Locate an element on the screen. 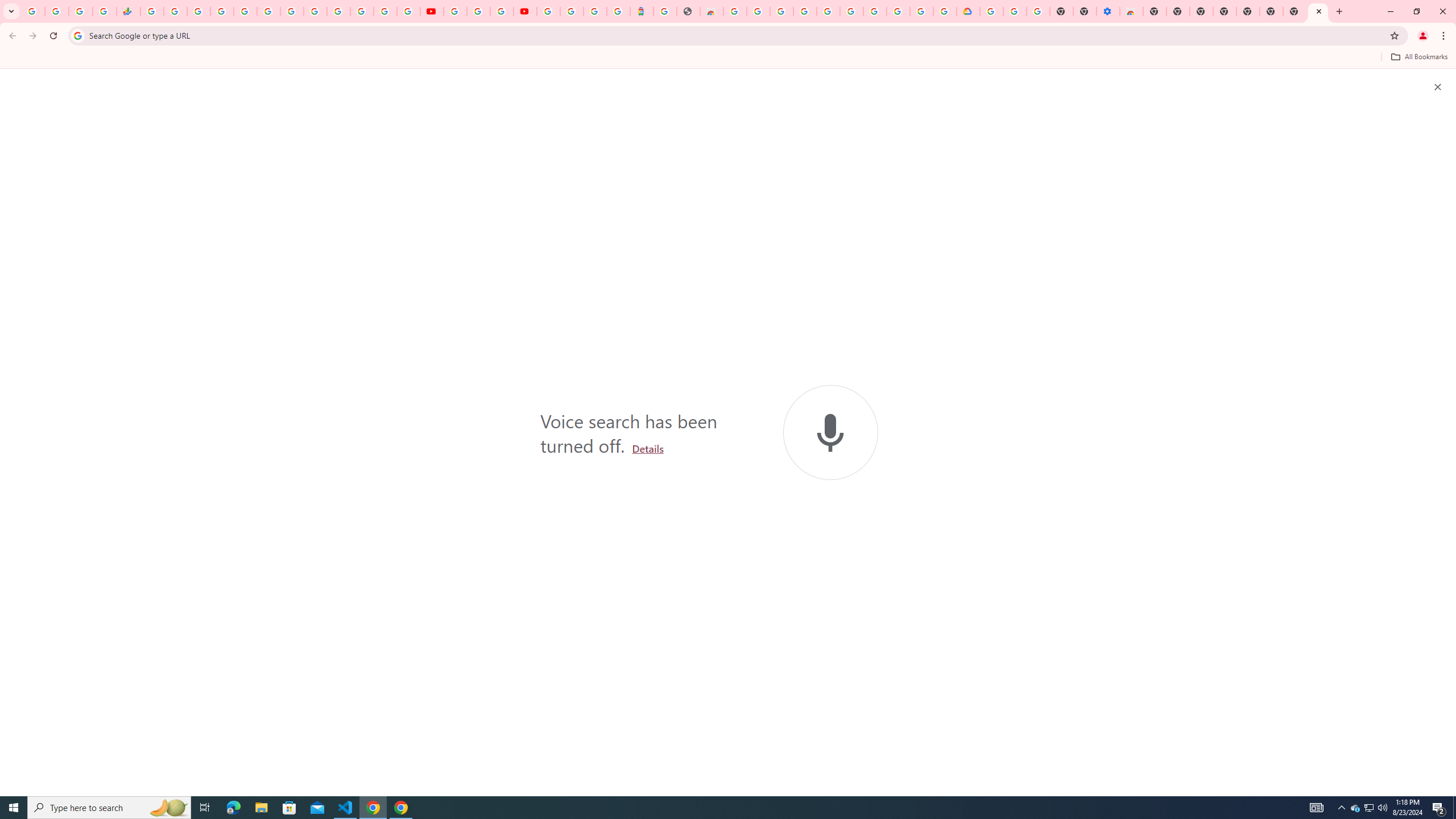  'Privacy Checkup' is located at coordinates (408, 11).